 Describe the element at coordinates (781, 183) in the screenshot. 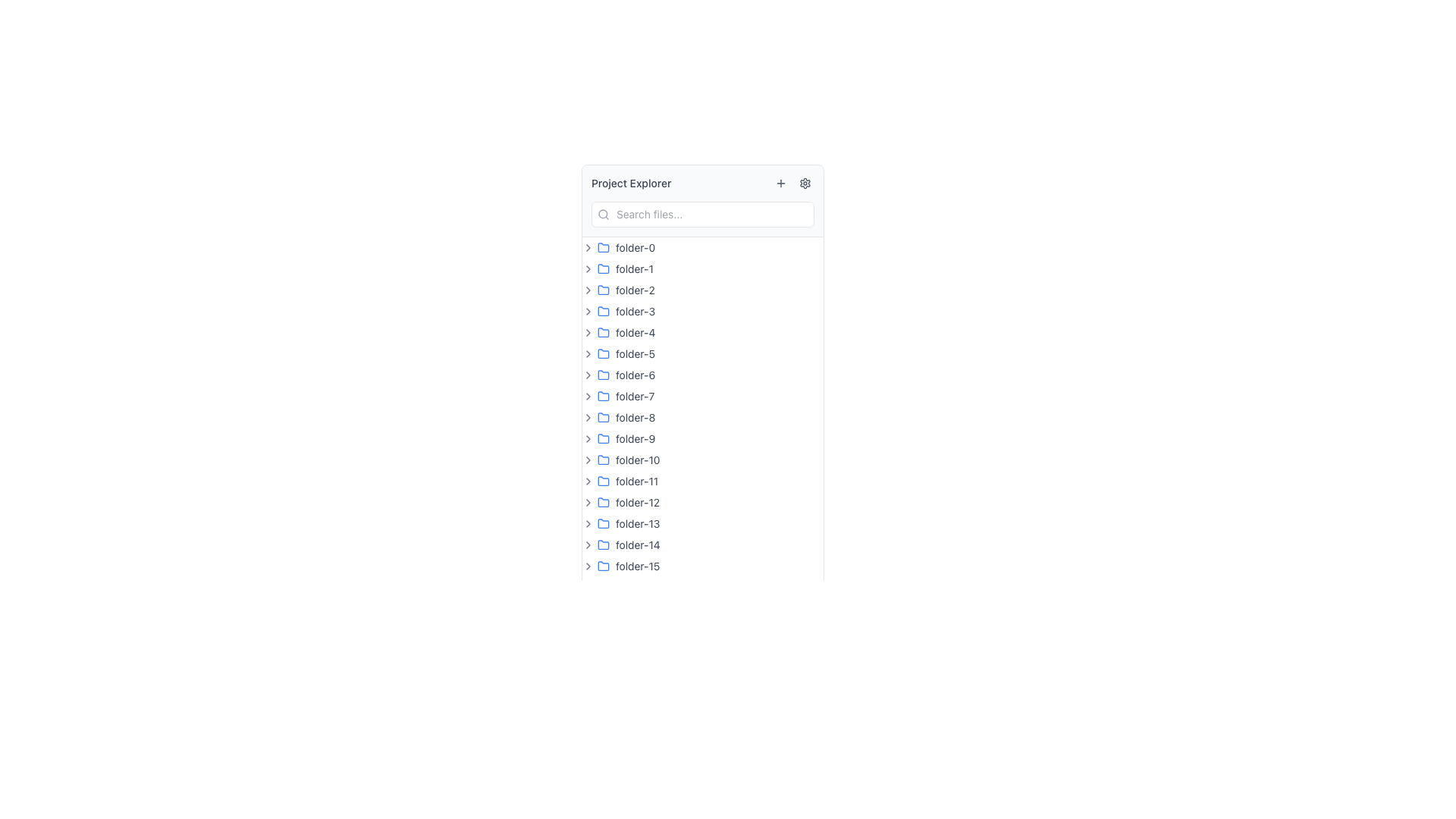

I see `the add item button located at the top-right of the 'Project Explorer' panel for keyboard navigation` at that location.